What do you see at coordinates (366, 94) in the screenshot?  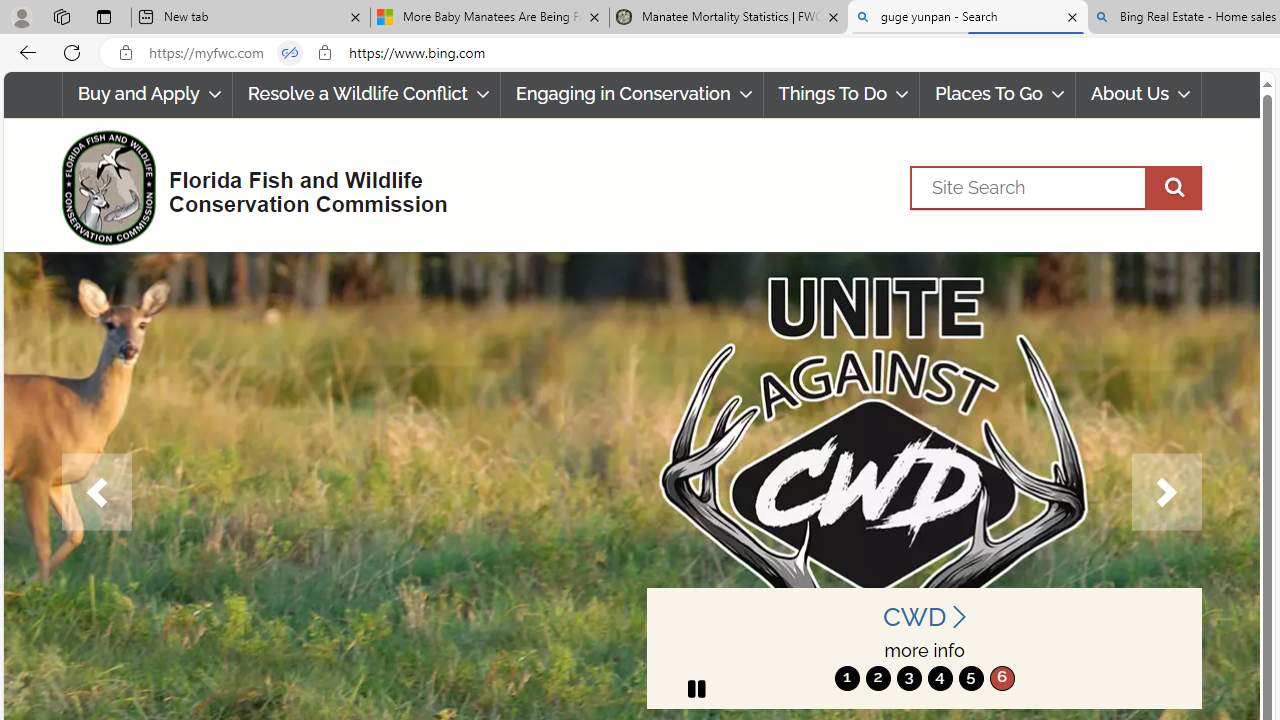 I see `'Resolve a Wildlife Conflict'` at bounding box center [366, 94].